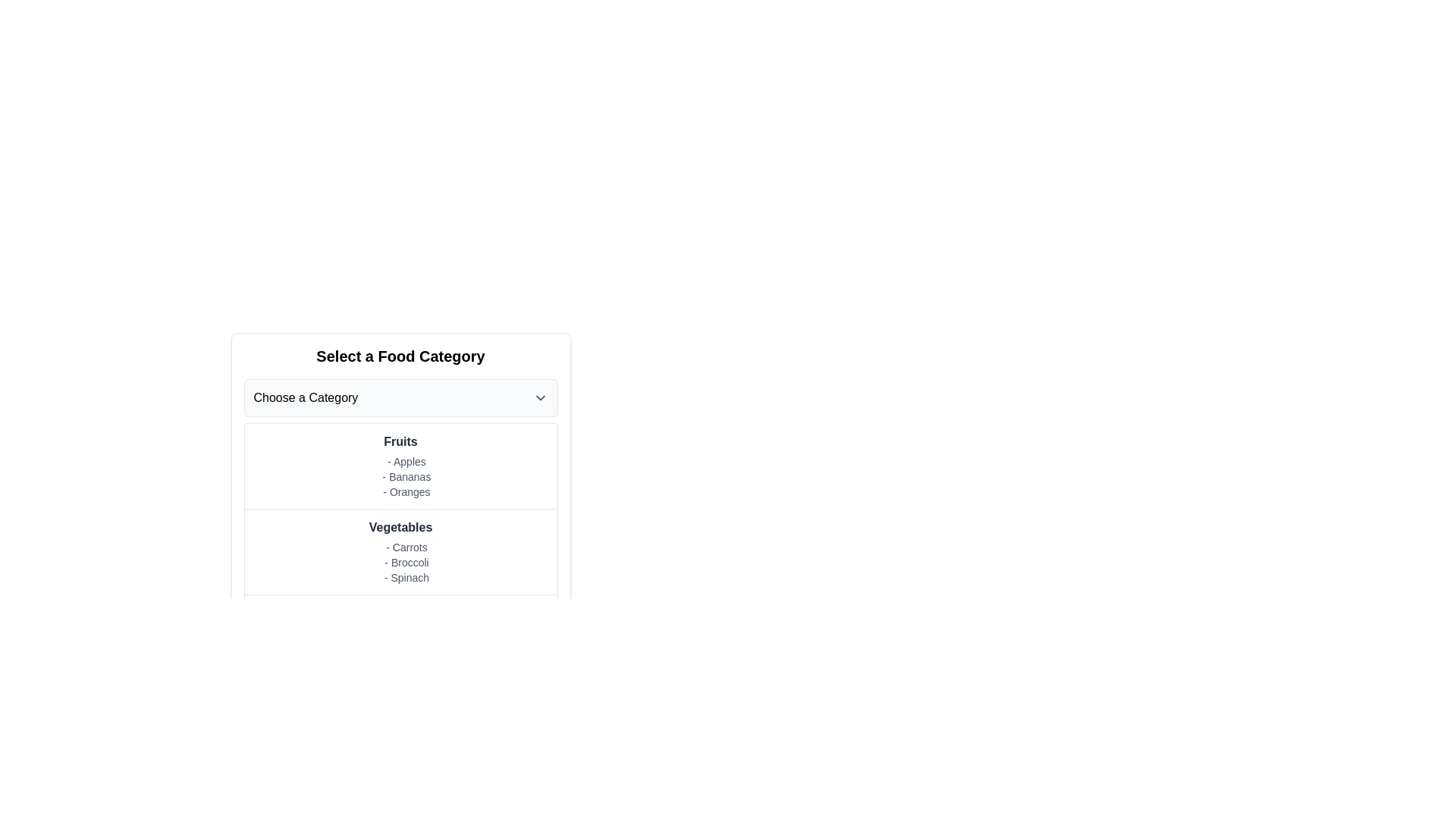  What do you see at coordinates (406, 475) in the screenshot?
I see `the static text label displaying 'Bananas', which is the second item in the vertical list under the 'Fruits' category` at bounding box center [406, 475].